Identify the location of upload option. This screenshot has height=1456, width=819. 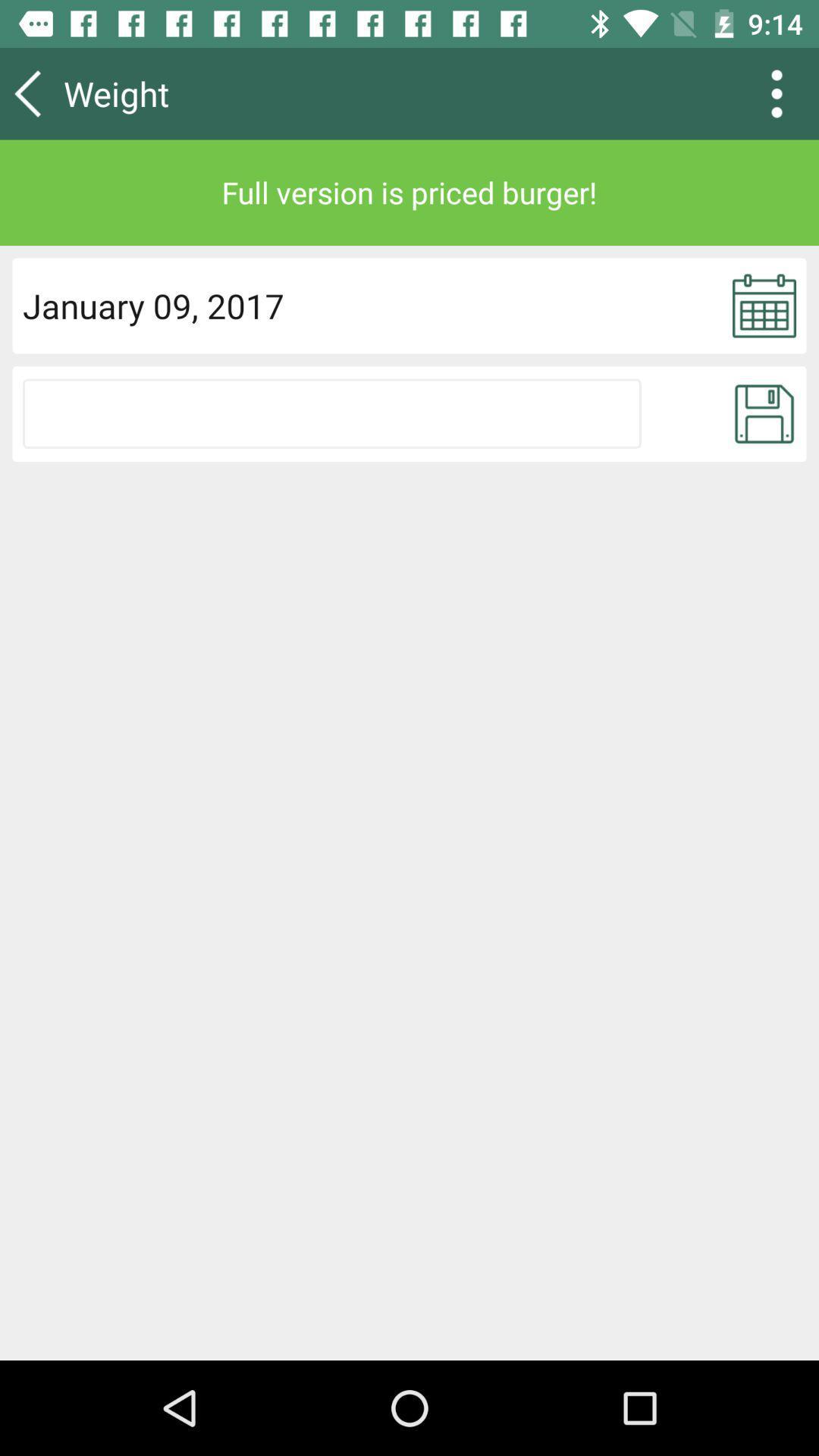
(331, 413).